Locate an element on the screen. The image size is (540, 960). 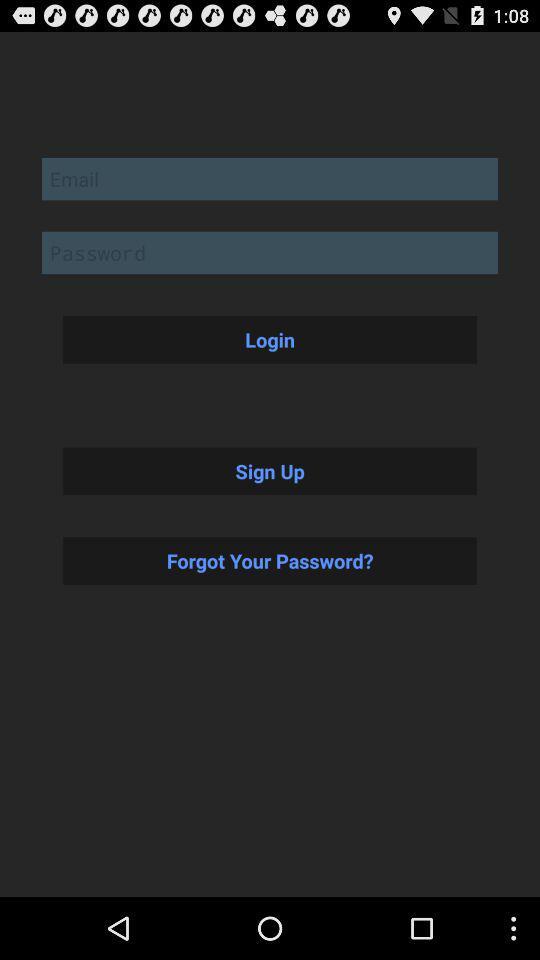
the forgot your password? icon is located at coordinates (270, 560).